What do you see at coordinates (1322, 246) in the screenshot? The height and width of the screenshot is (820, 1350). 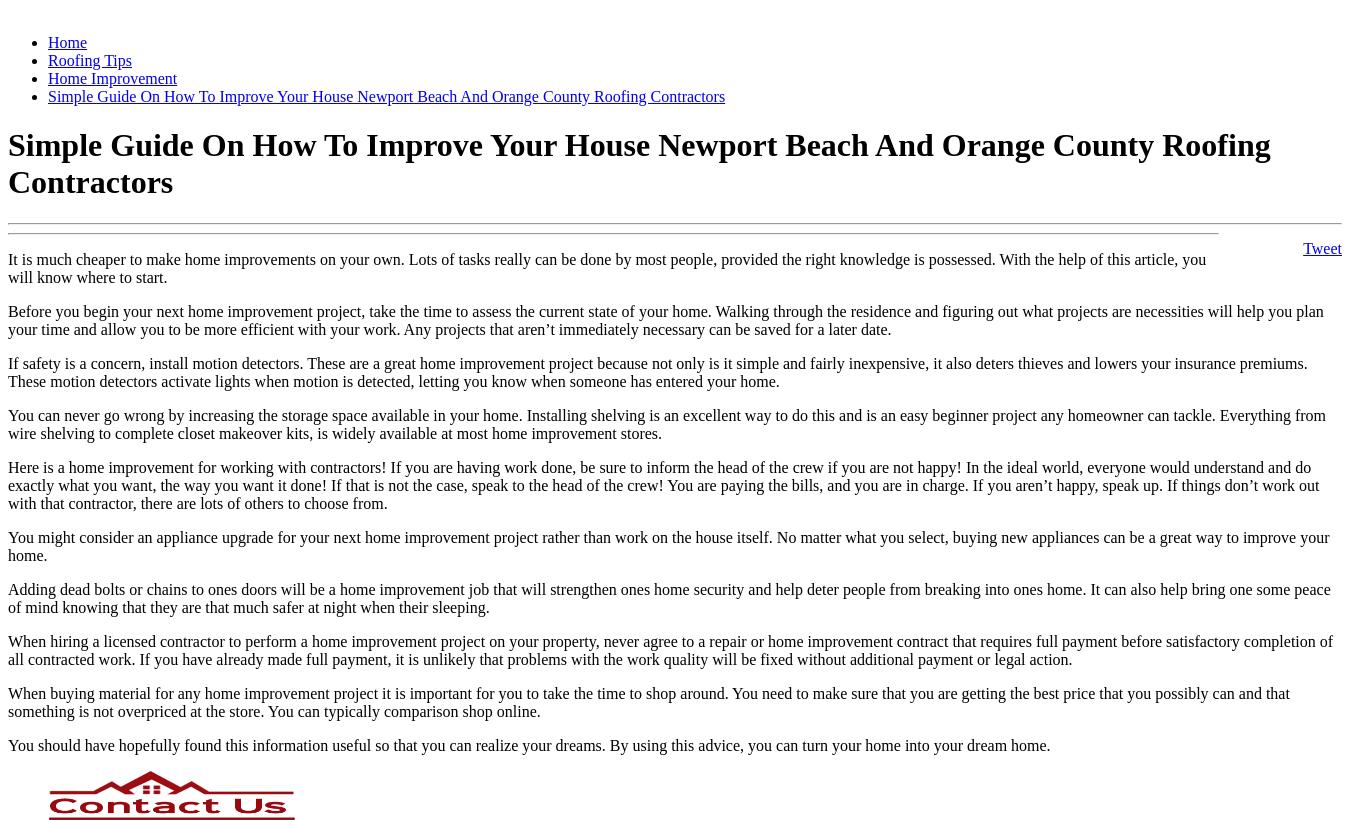 I see `'Tweet'` at bounding box center [1322, 246].